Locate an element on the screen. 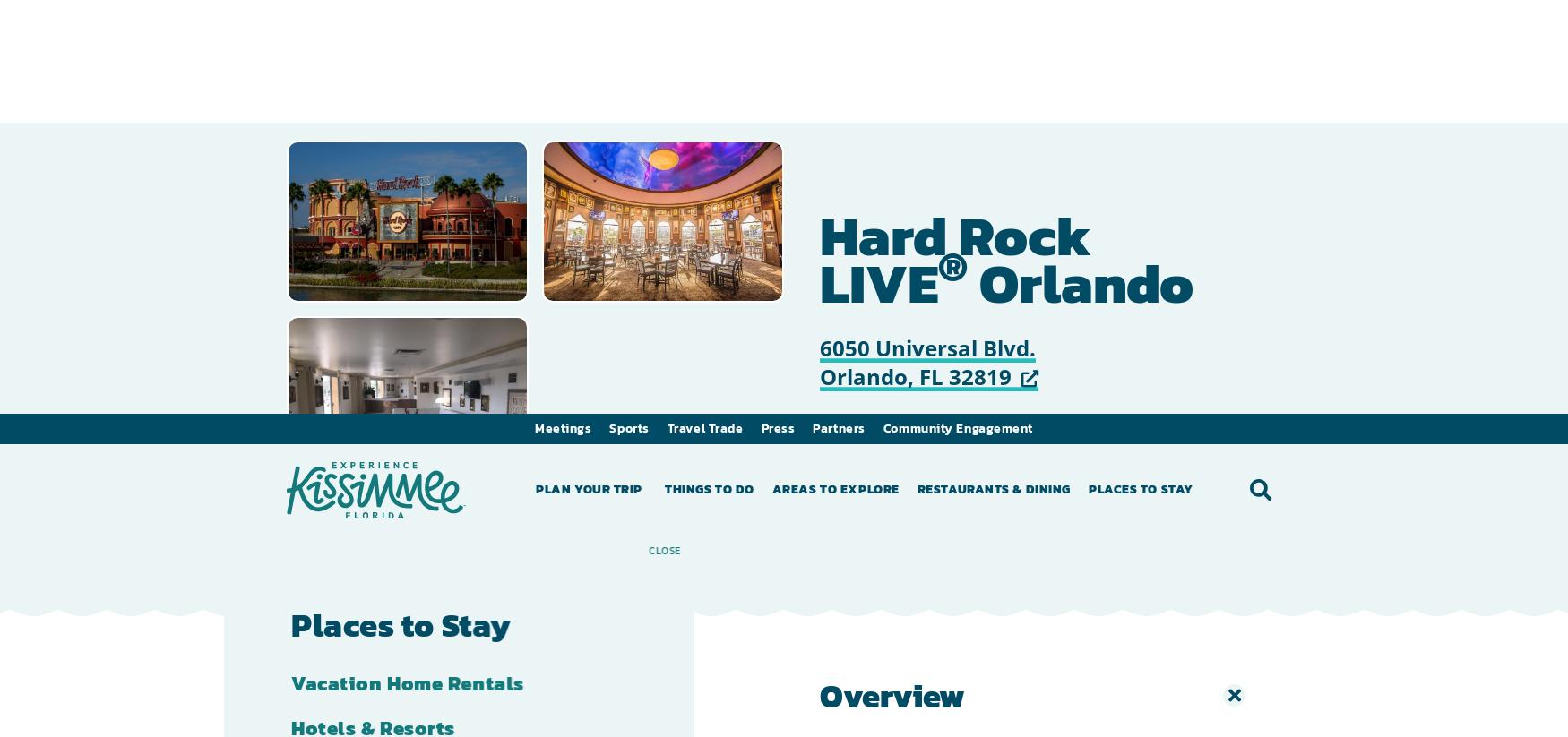 This screenshot has height=737, width=1568. 'Restaurants & Dining' is located at coordinates (916, 74).